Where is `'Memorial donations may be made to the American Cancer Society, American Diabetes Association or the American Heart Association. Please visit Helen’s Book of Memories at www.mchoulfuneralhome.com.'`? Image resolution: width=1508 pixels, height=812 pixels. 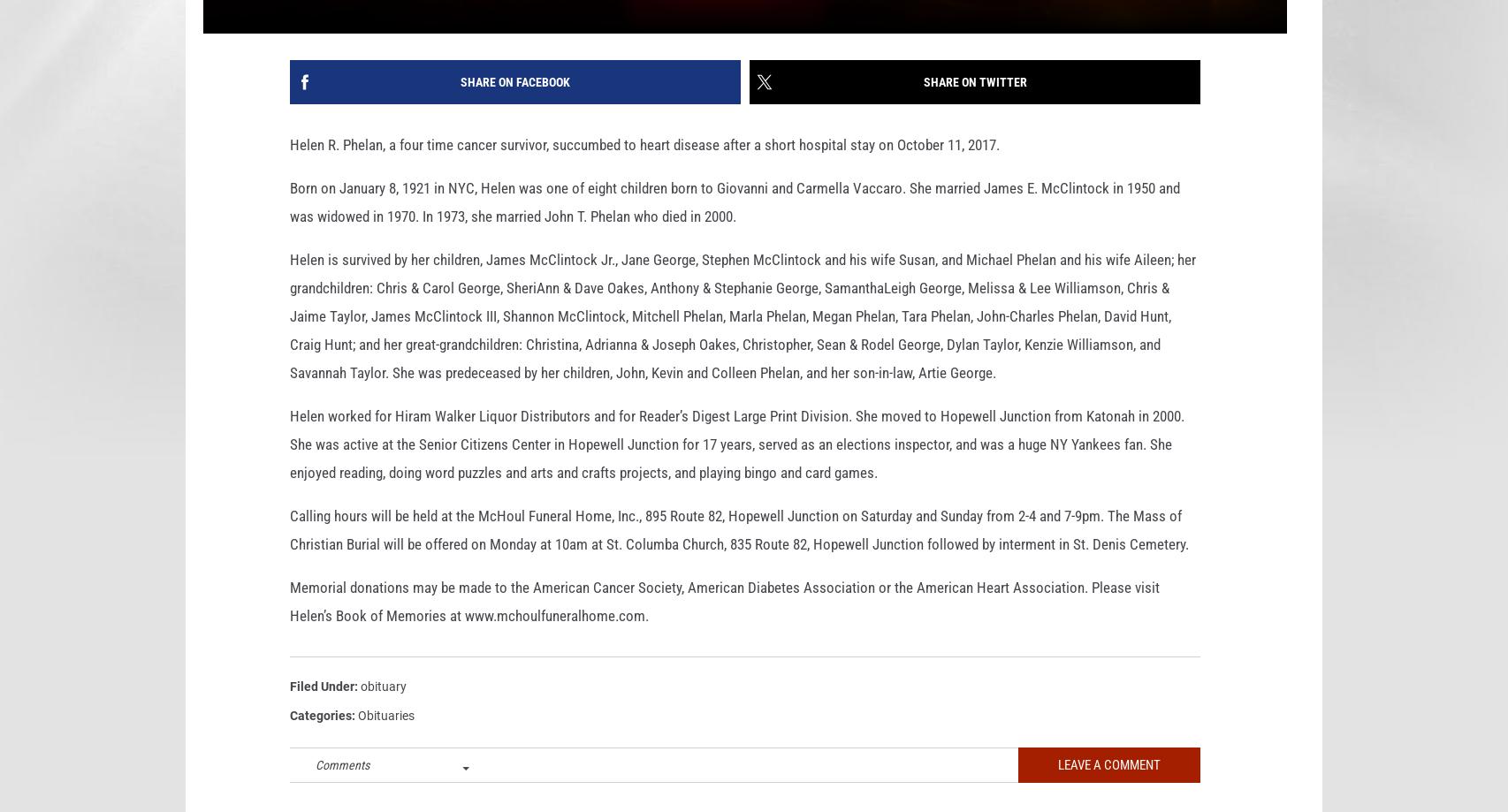
'Memorial donations may be made to the American Cancer Society, American Diabetes Association or the American Heart Association. Please visit Helen’s Book of Memories at www.mchoulfuneralhome.com.' is located at coordinates (724, 628).